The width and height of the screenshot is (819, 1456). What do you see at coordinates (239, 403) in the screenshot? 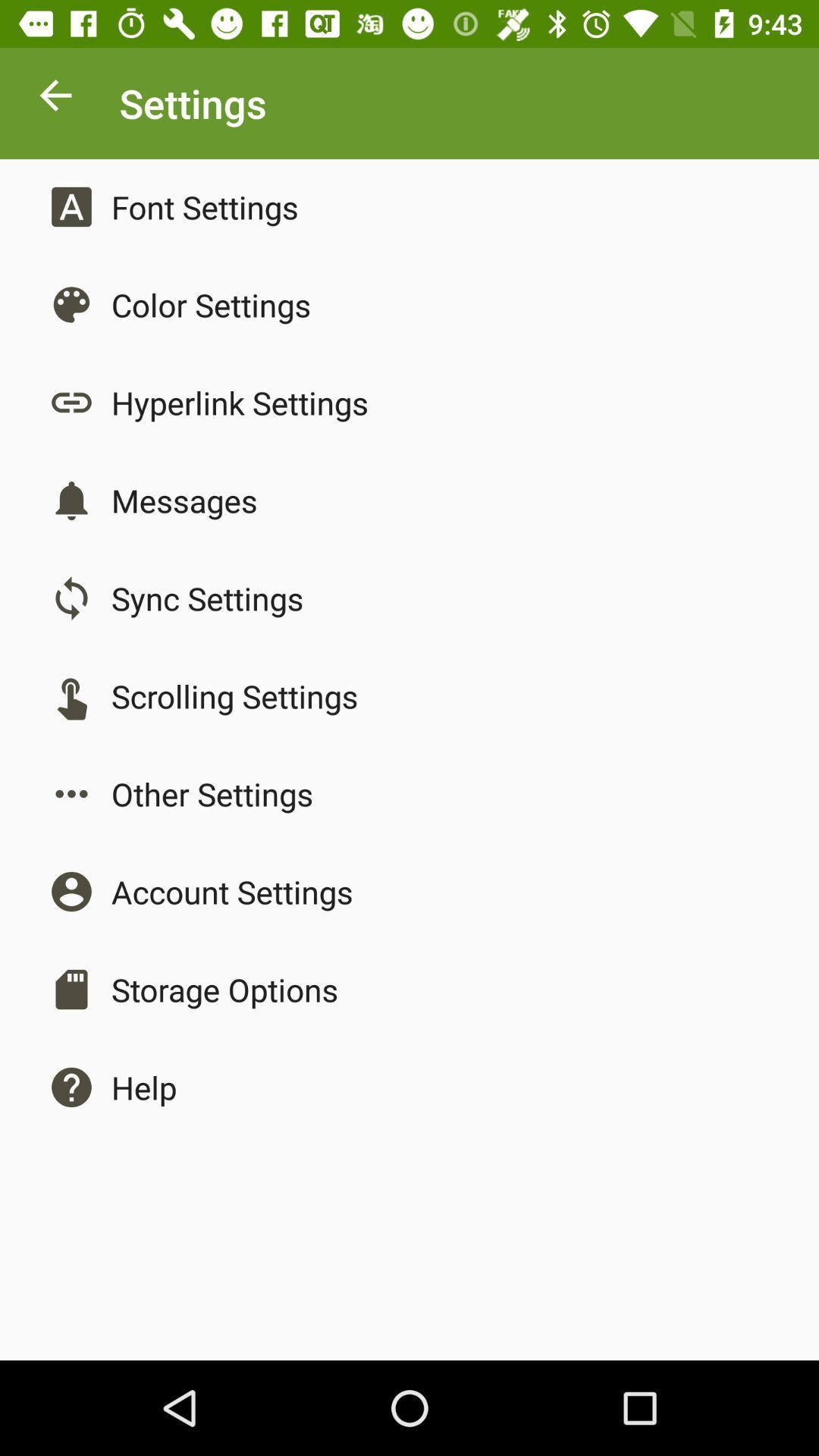
I see `the hyperlink settings item` at bounding box center [239, 403].